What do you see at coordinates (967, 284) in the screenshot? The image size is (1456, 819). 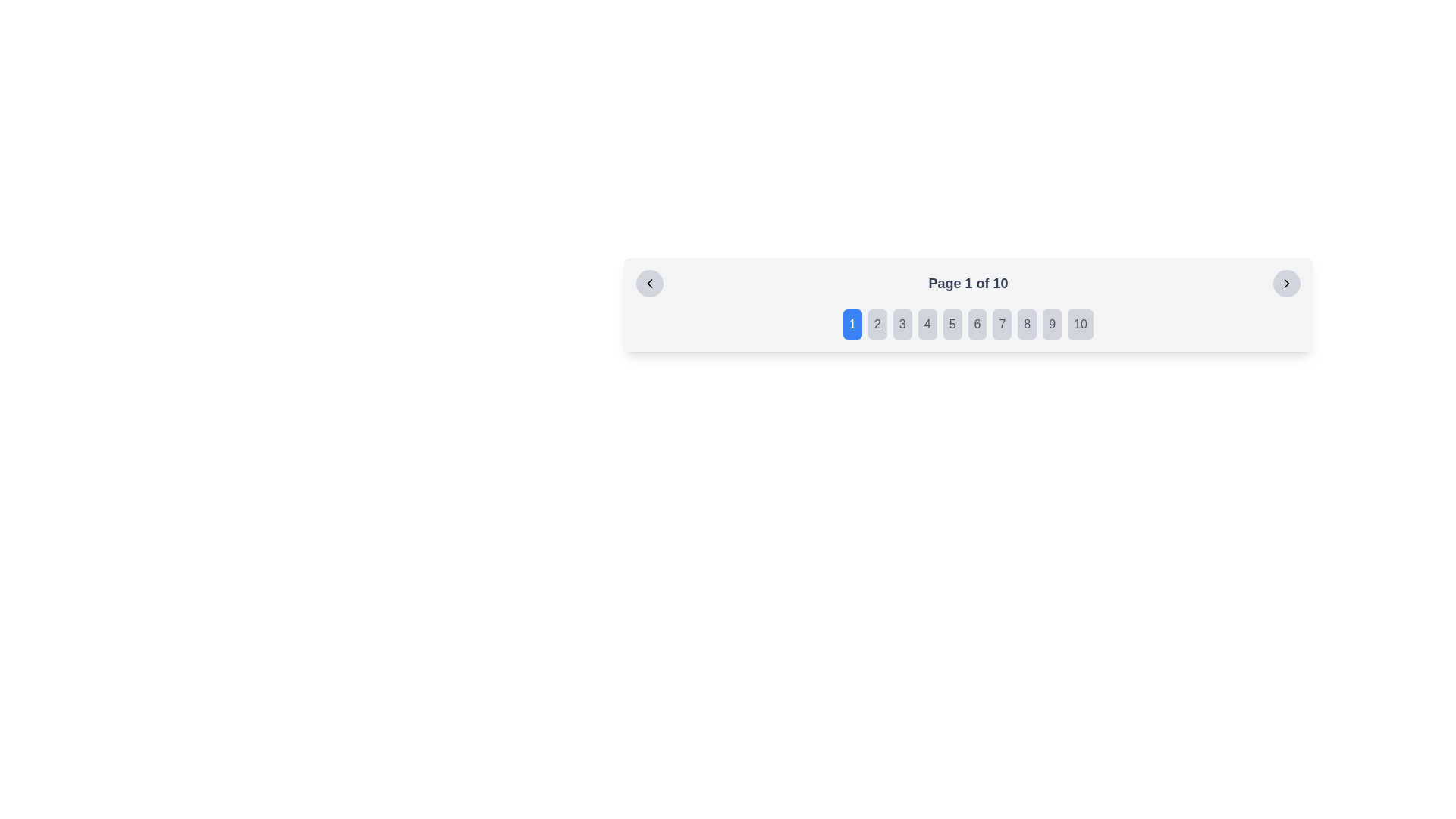 I see `the text label displaying 'Page 1 of 10', which is bold and centered, indicating the current page and total pages` at bounding box center [967, 284].